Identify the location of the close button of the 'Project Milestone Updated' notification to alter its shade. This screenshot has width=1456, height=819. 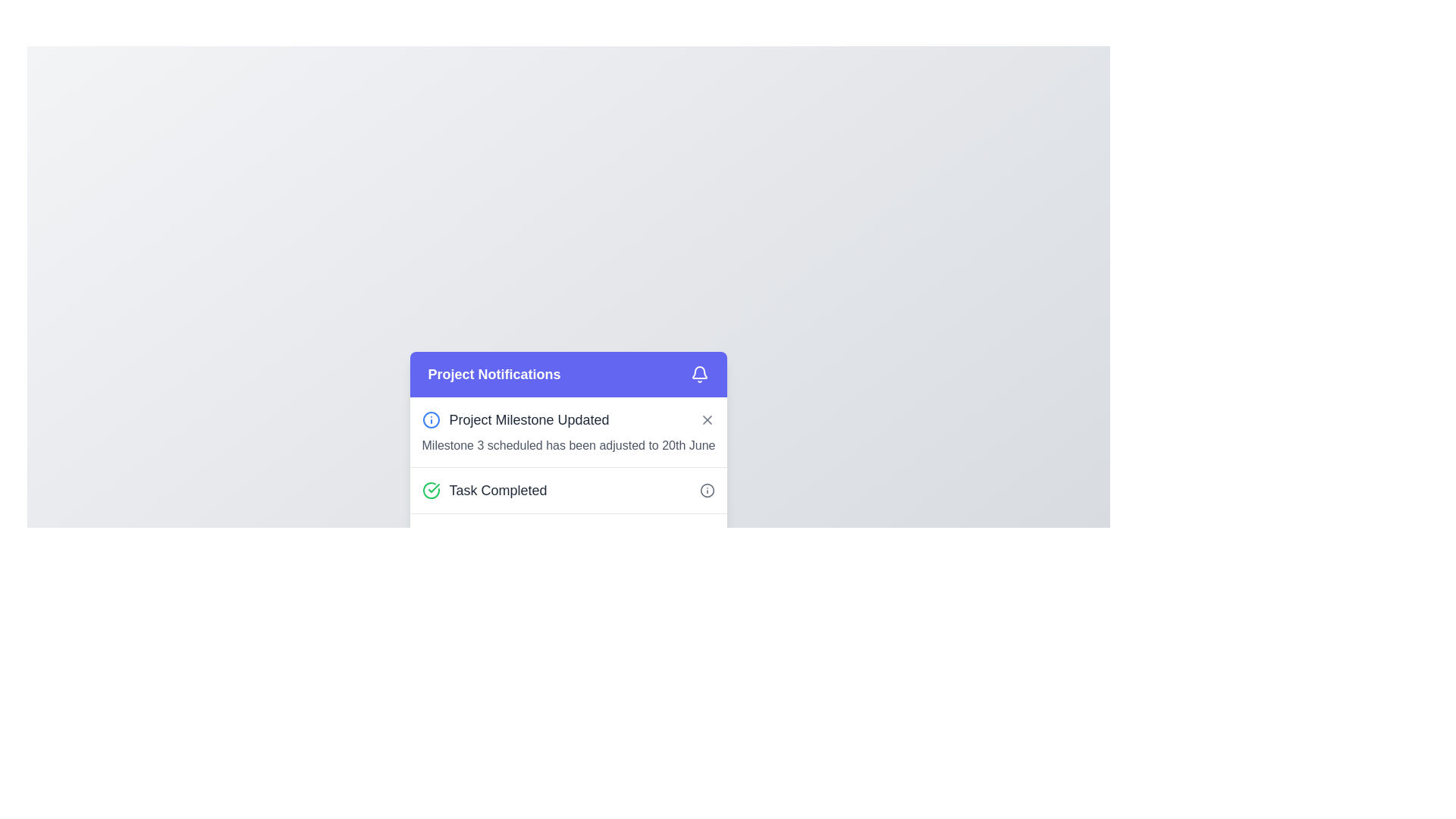
(707, 420).